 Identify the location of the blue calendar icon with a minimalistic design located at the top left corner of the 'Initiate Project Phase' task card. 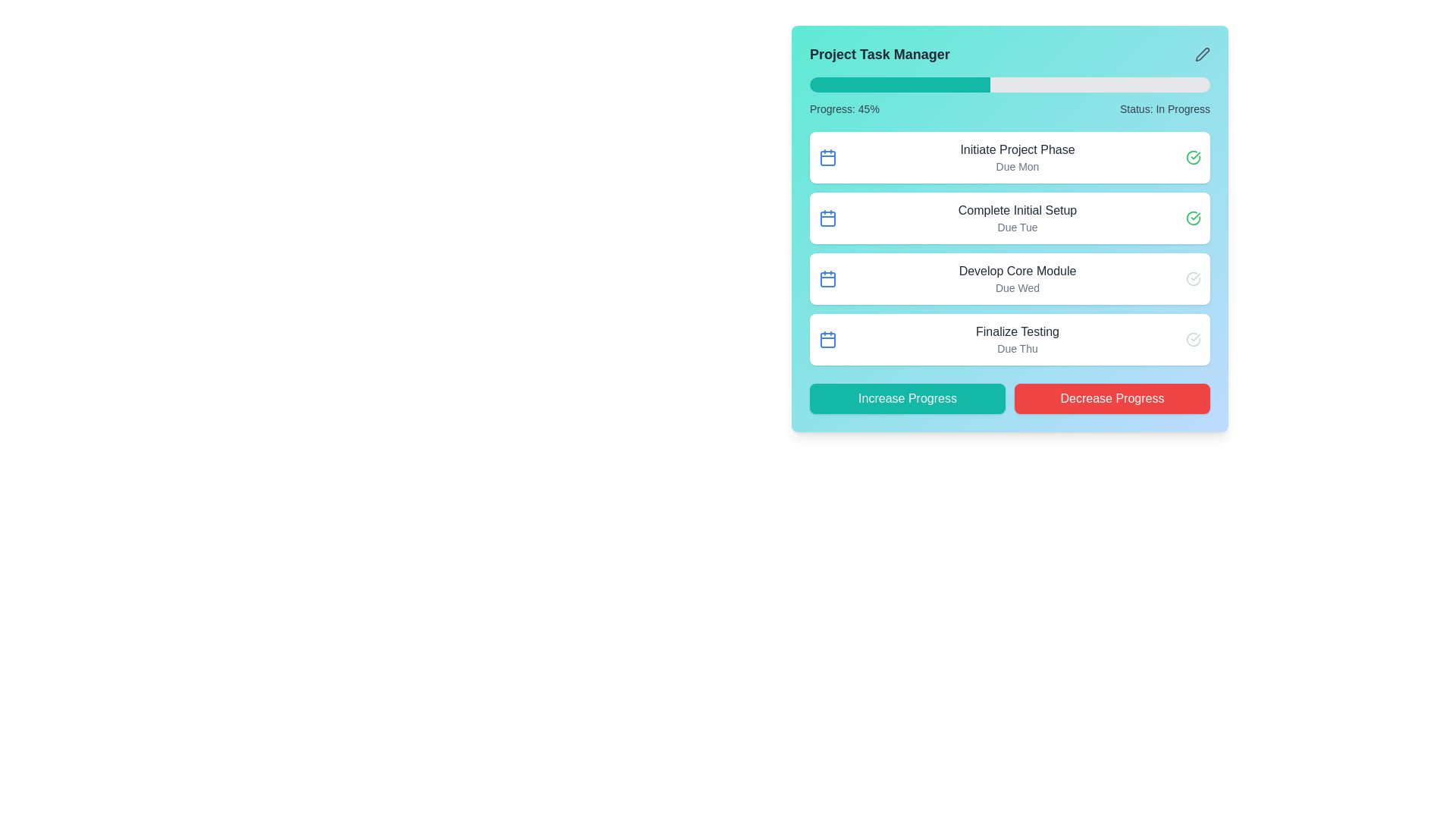
(827, 158).